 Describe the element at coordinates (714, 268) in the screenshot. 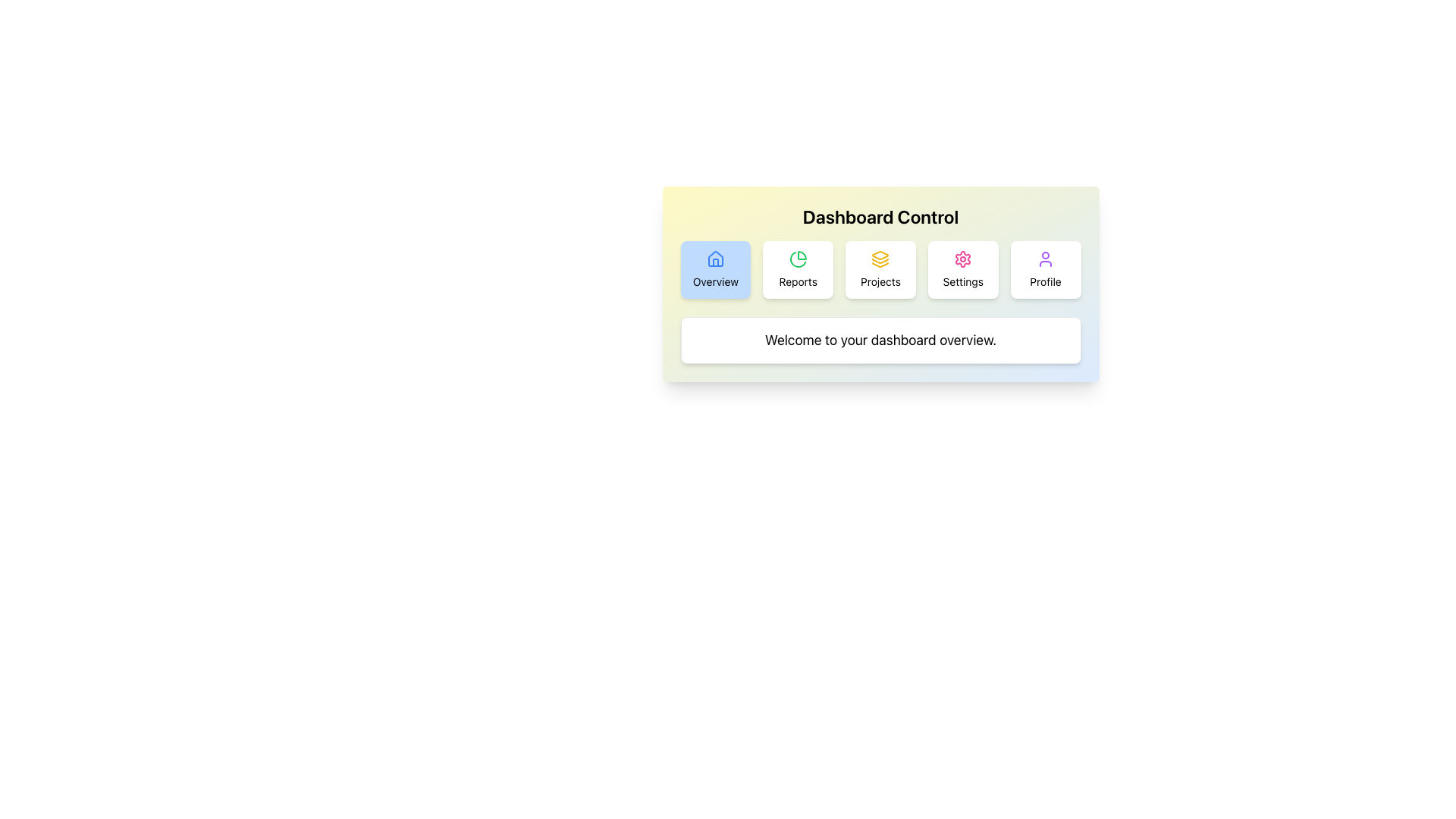

I see `the leftmost navigation button that directs users to the 'Overview' section of the application` at that location.